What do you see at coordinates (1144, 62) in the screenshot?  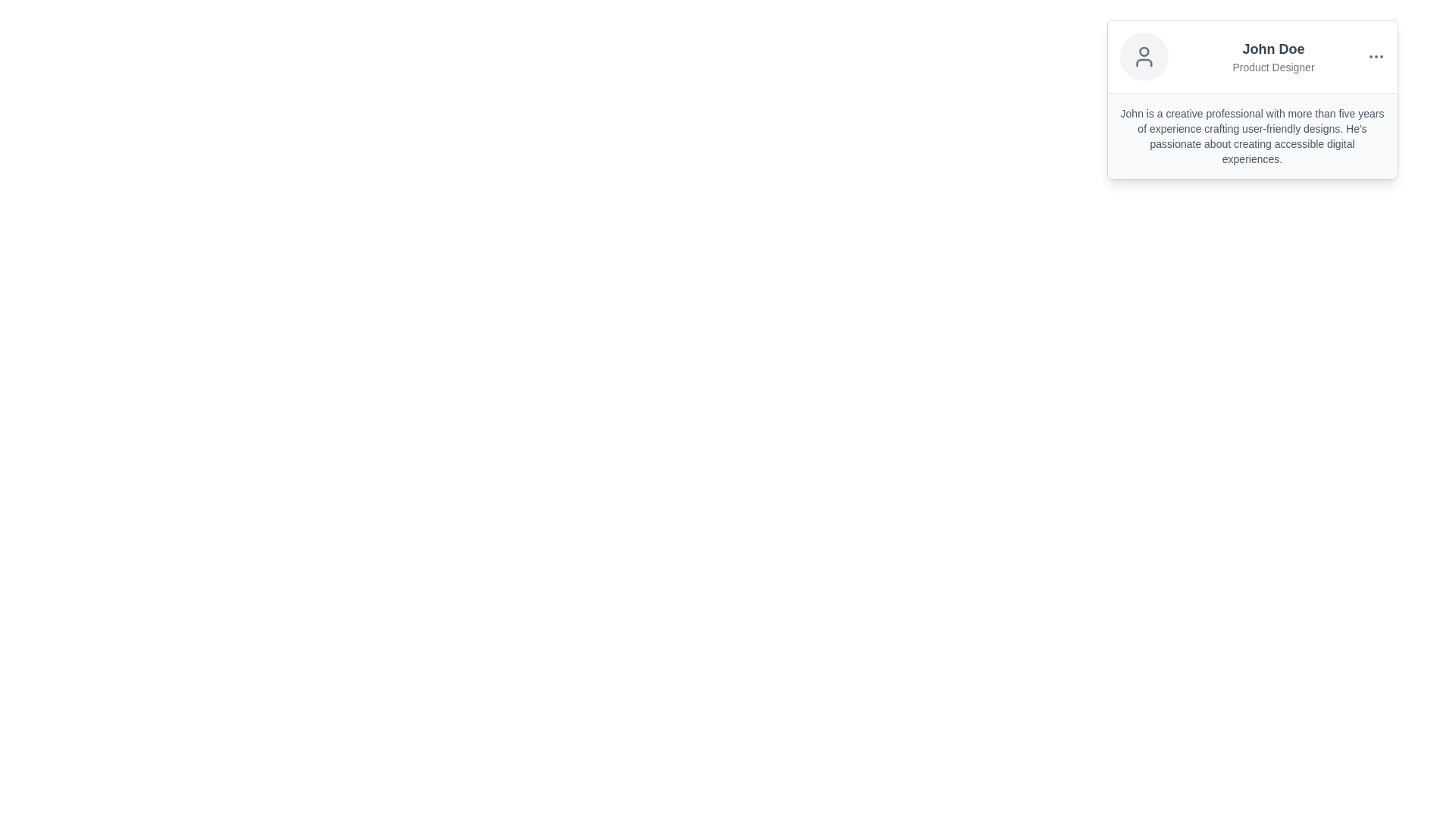 I see `the decorative vector graphic component located at the lower central part of the user avatar` at bounding box center [1144, 62].